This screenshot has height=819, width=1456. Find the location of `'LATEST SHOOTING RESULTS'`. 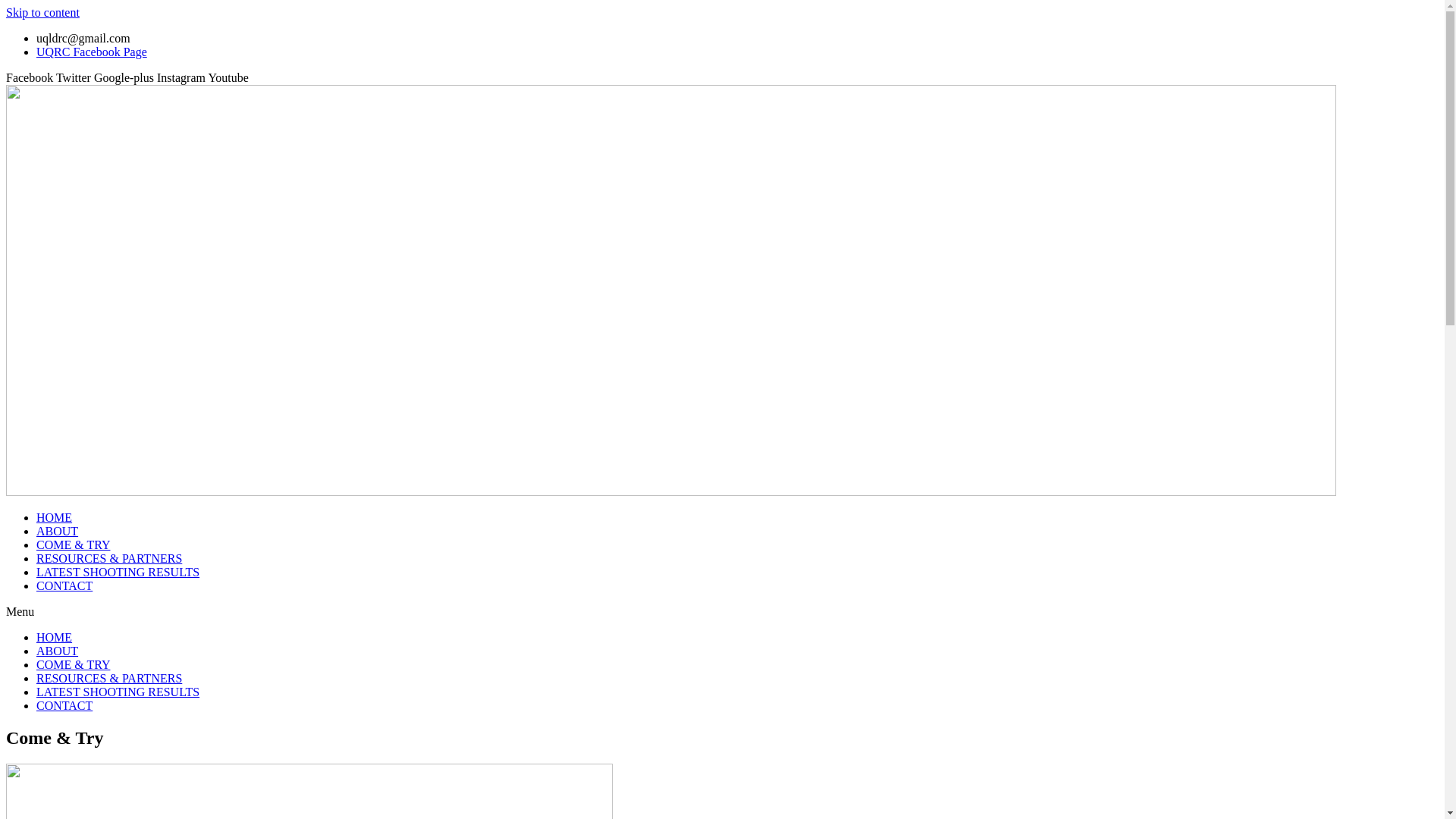

'LATEST SHOOTING RESULTS' is located at coordinates (117, 692).